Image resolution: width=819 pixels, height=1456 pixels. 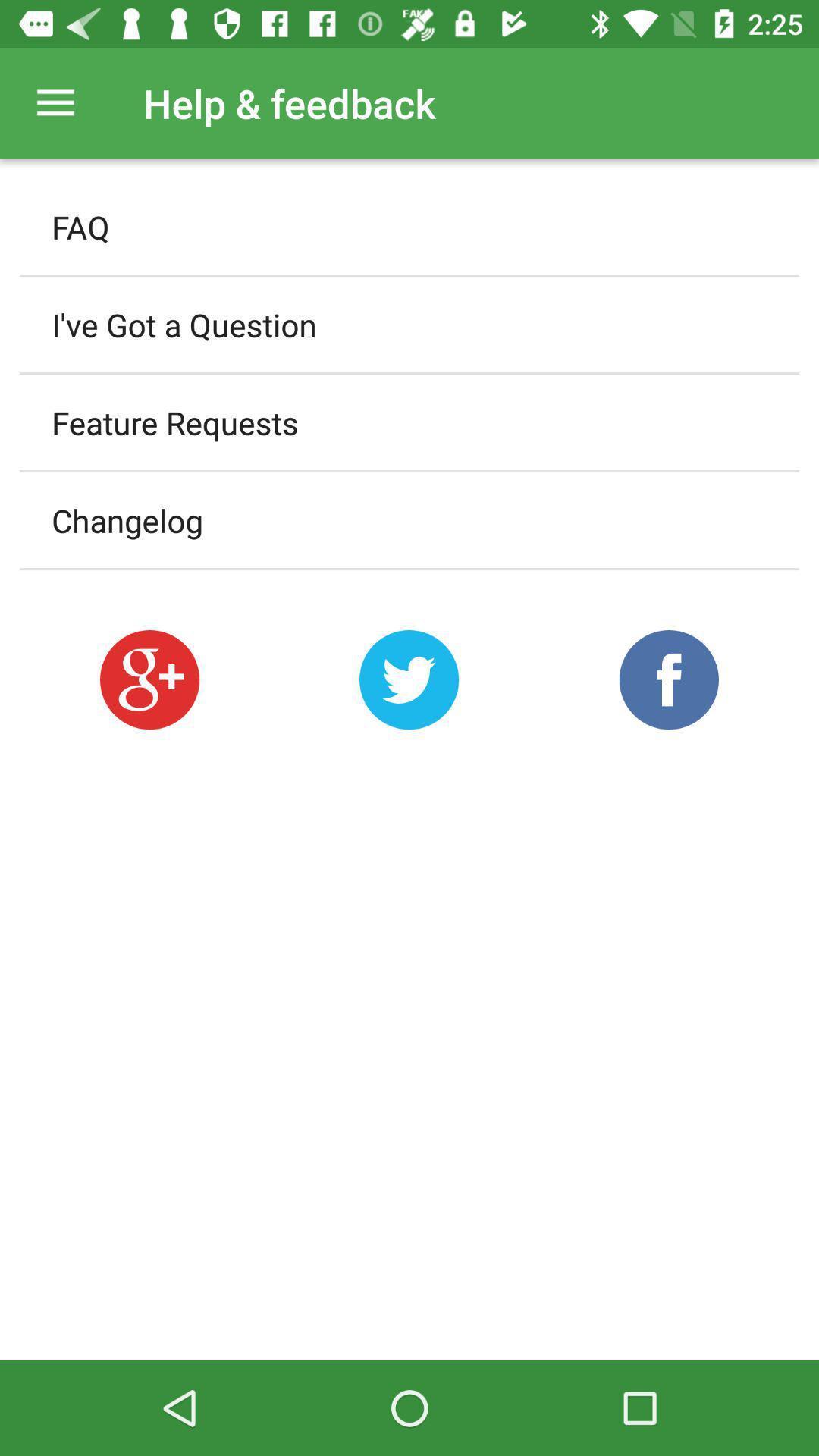 What do you see at coordinates (409, 422) in the screenshot?
I see `the icon below the i ve got item` at bounding box center [409, 422].